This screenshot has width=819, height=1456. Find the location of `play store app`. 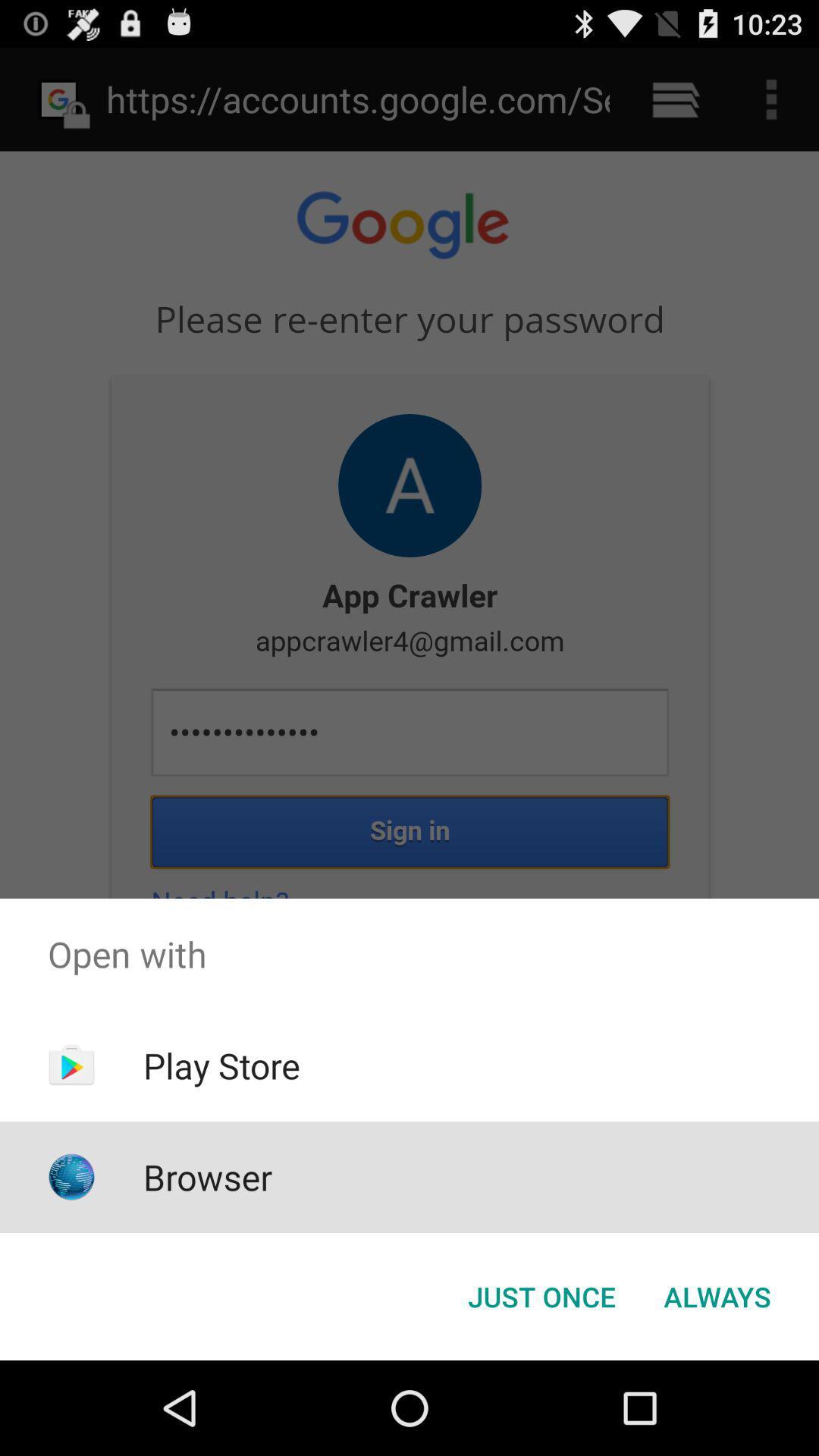

play store app is located at coordinates (221, 1065).